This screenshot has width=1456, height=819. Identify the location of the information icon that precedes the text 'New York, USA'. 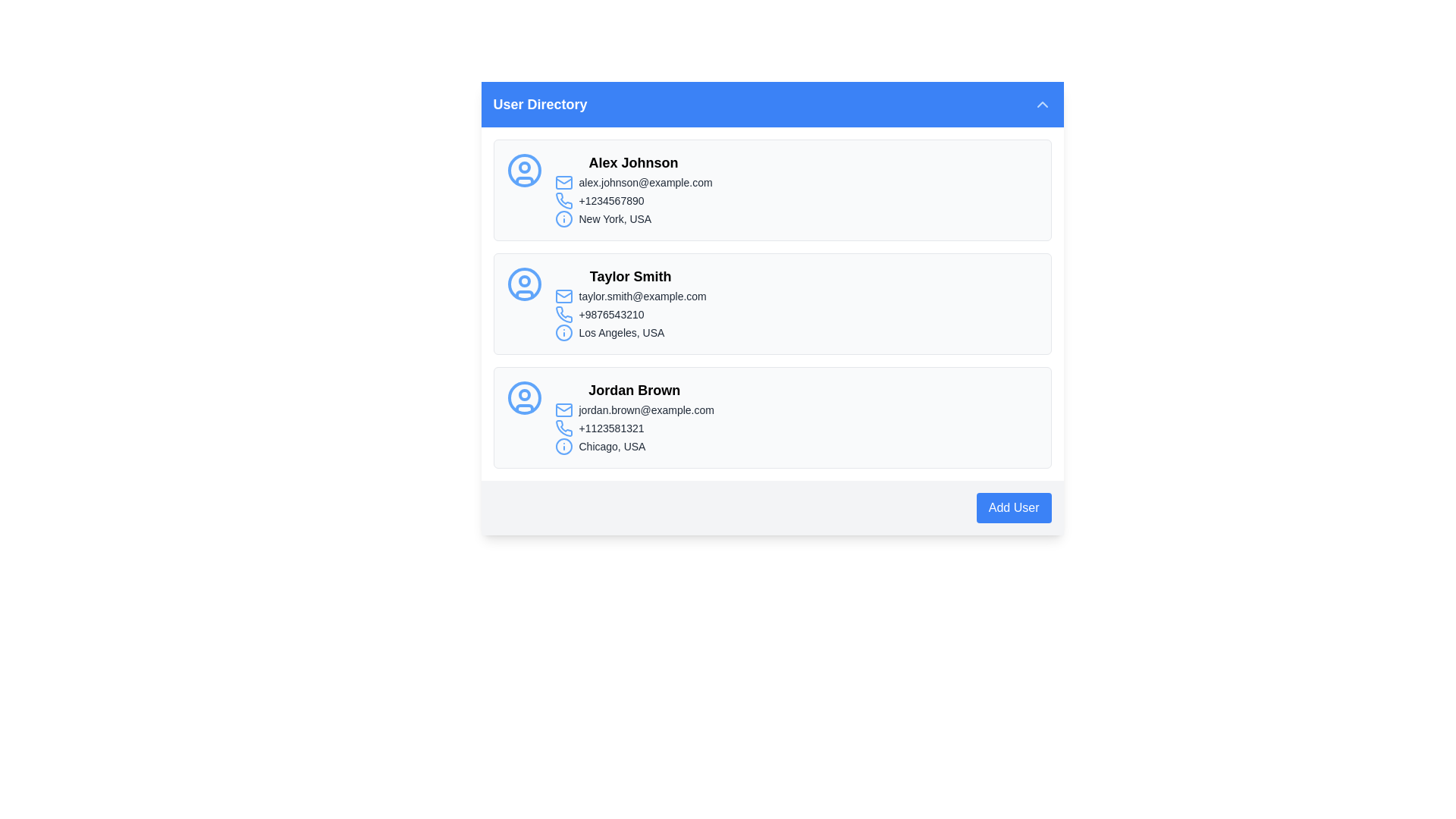
(563, 219).